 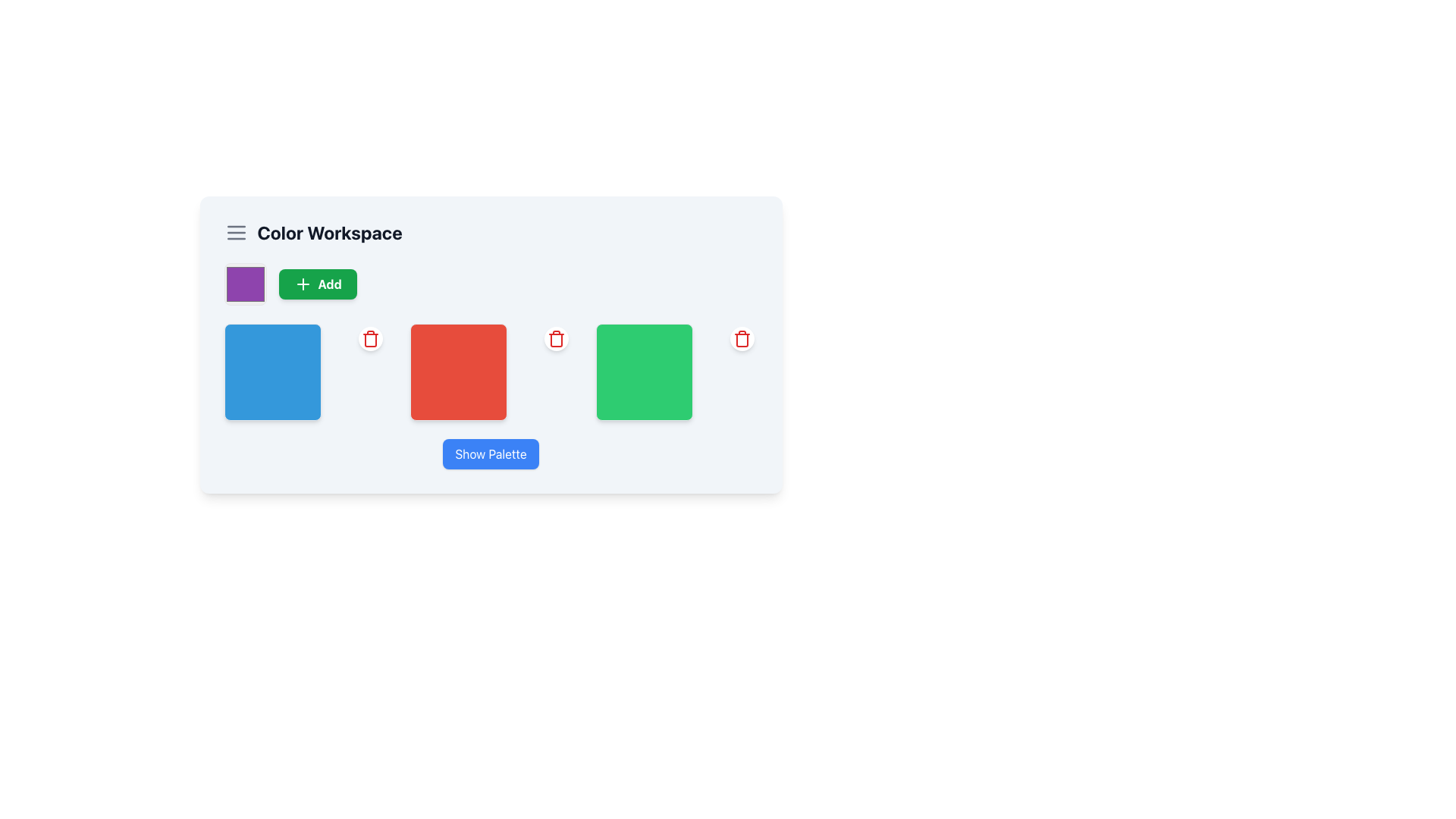 What do you see at coordinates (556, 338) in the screenshot?
I see `the white circular button with a red trash can icon` at bounding box center [556, 338].